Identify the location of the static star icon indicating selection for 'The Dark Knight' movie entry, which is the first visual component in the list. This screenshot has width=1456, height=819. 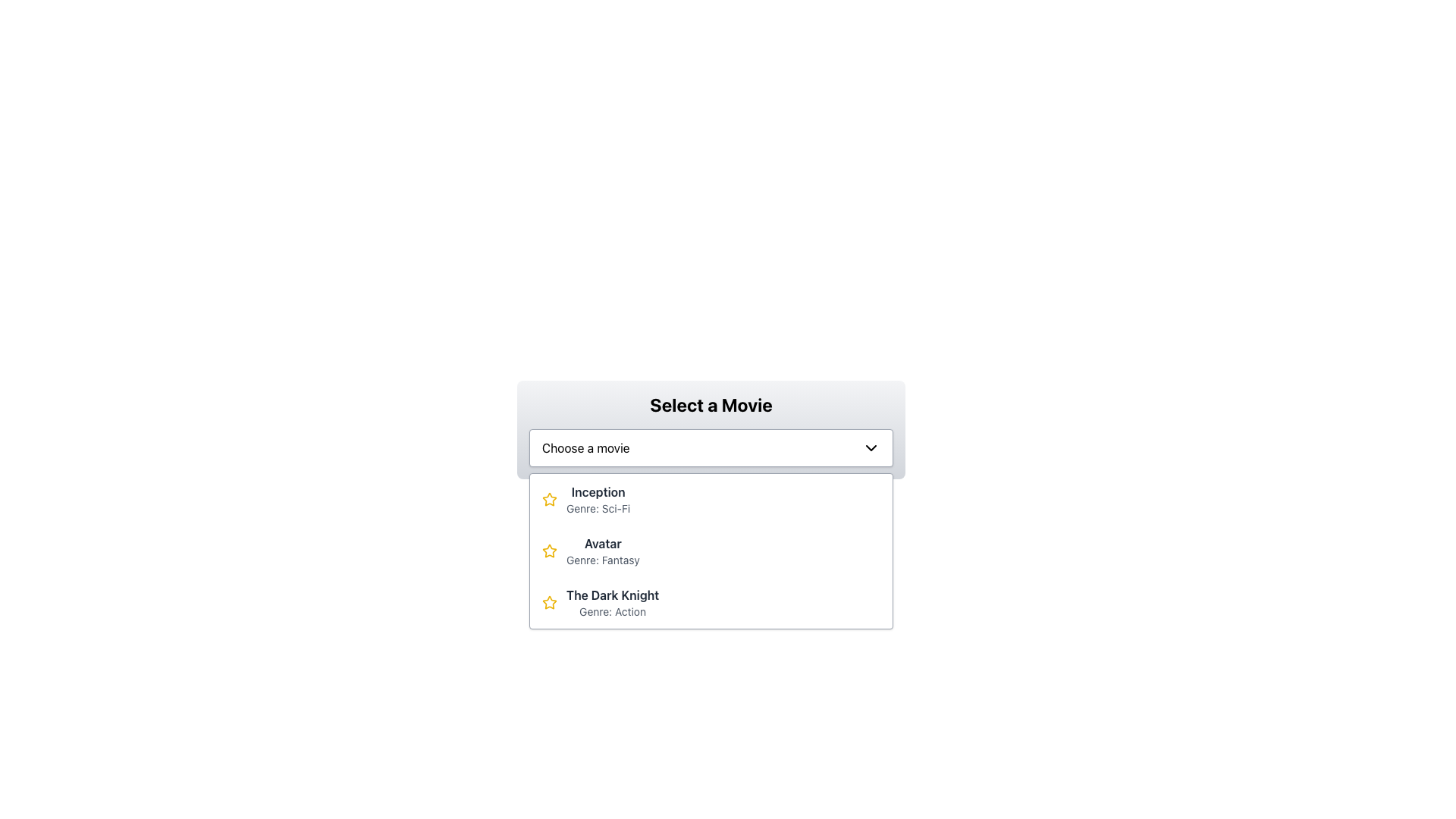
(548, 601).